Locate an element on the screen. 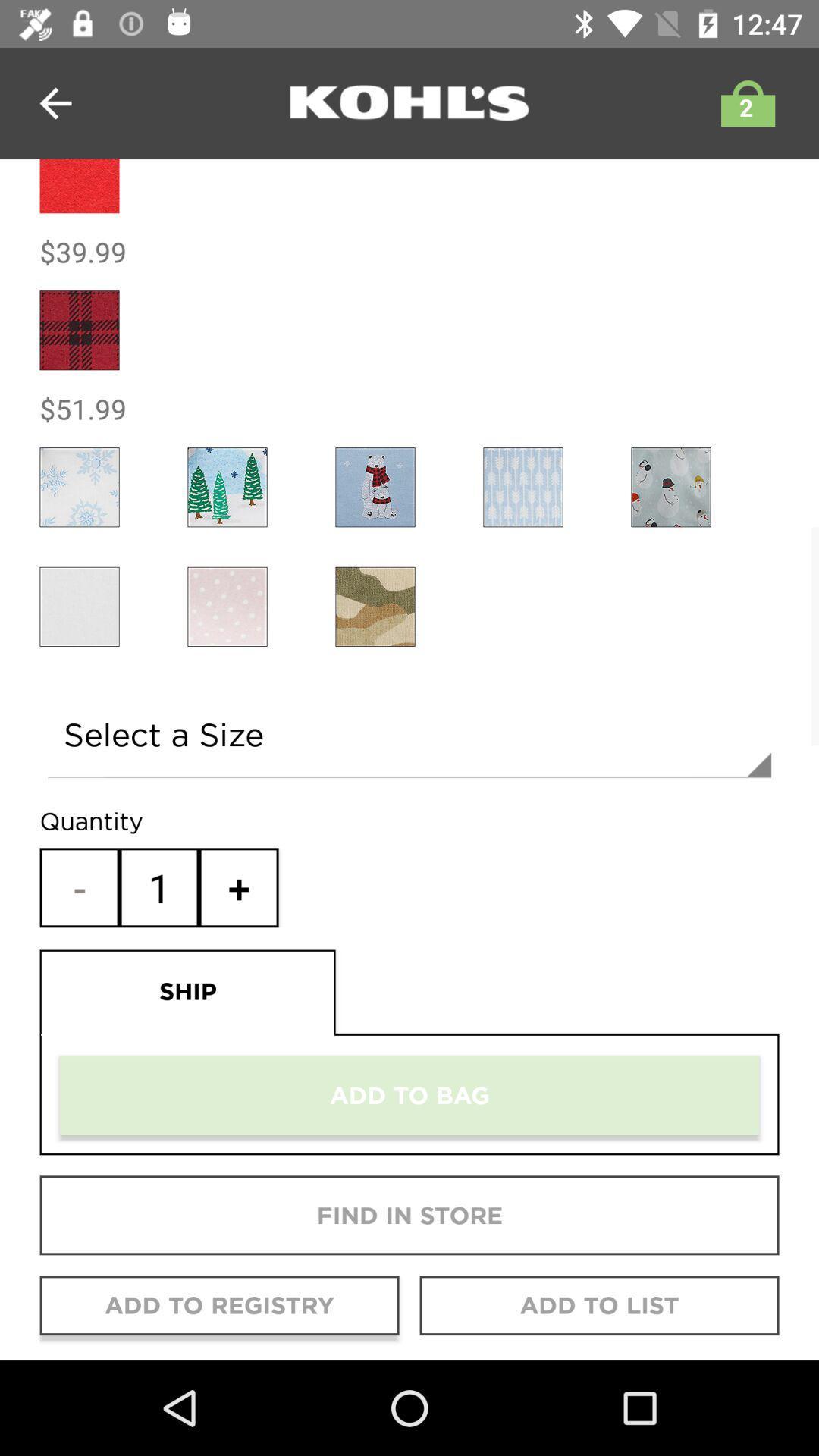 This screenshot has height=1456, width=819. the star icon is located at coordinates (79, 487).